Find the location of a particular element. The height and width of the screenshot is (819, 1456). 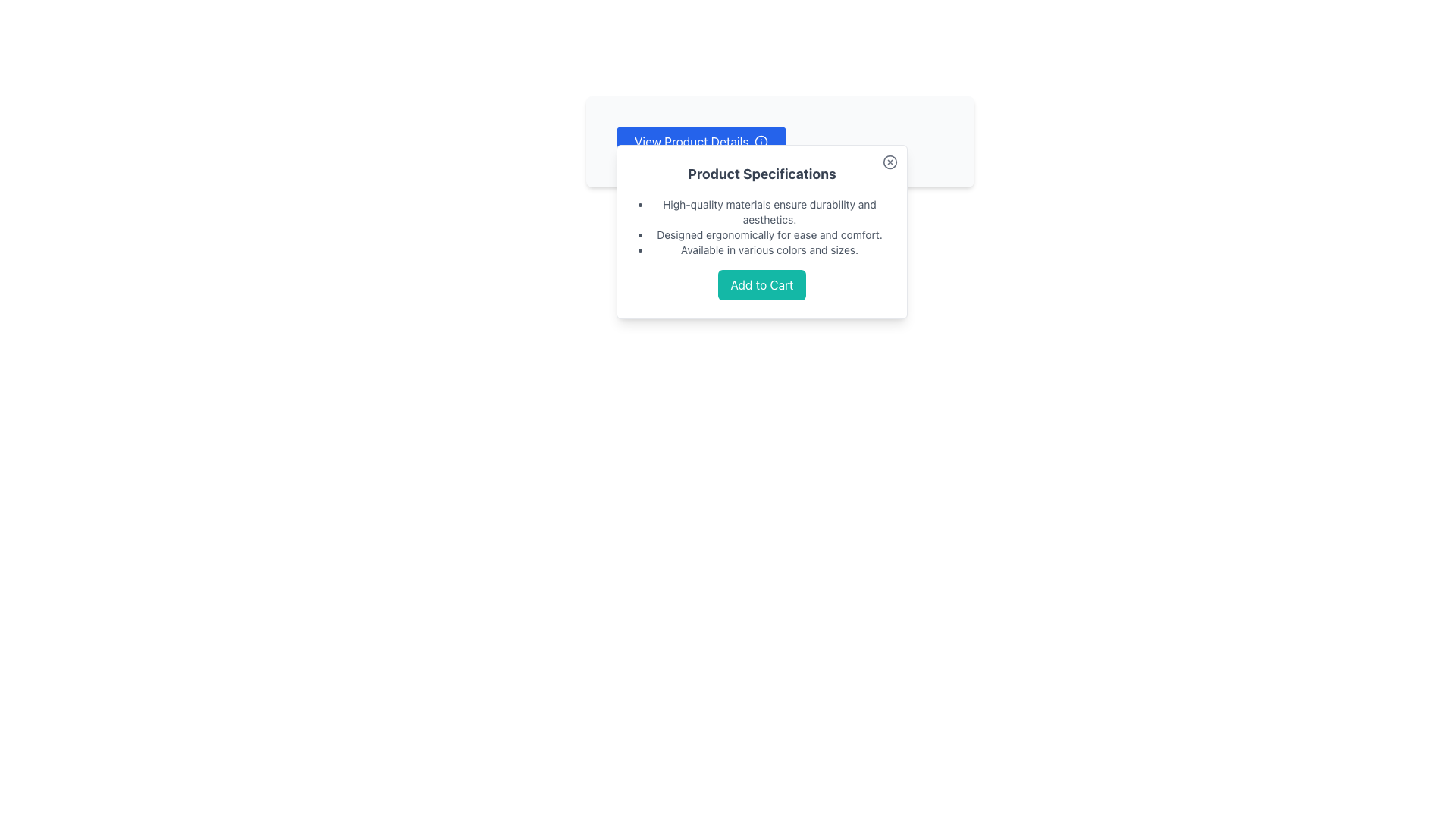

the button that adds the product to the shopping cart, located centrally within the modal below the descriptive text is located at coordinates (761, 284).